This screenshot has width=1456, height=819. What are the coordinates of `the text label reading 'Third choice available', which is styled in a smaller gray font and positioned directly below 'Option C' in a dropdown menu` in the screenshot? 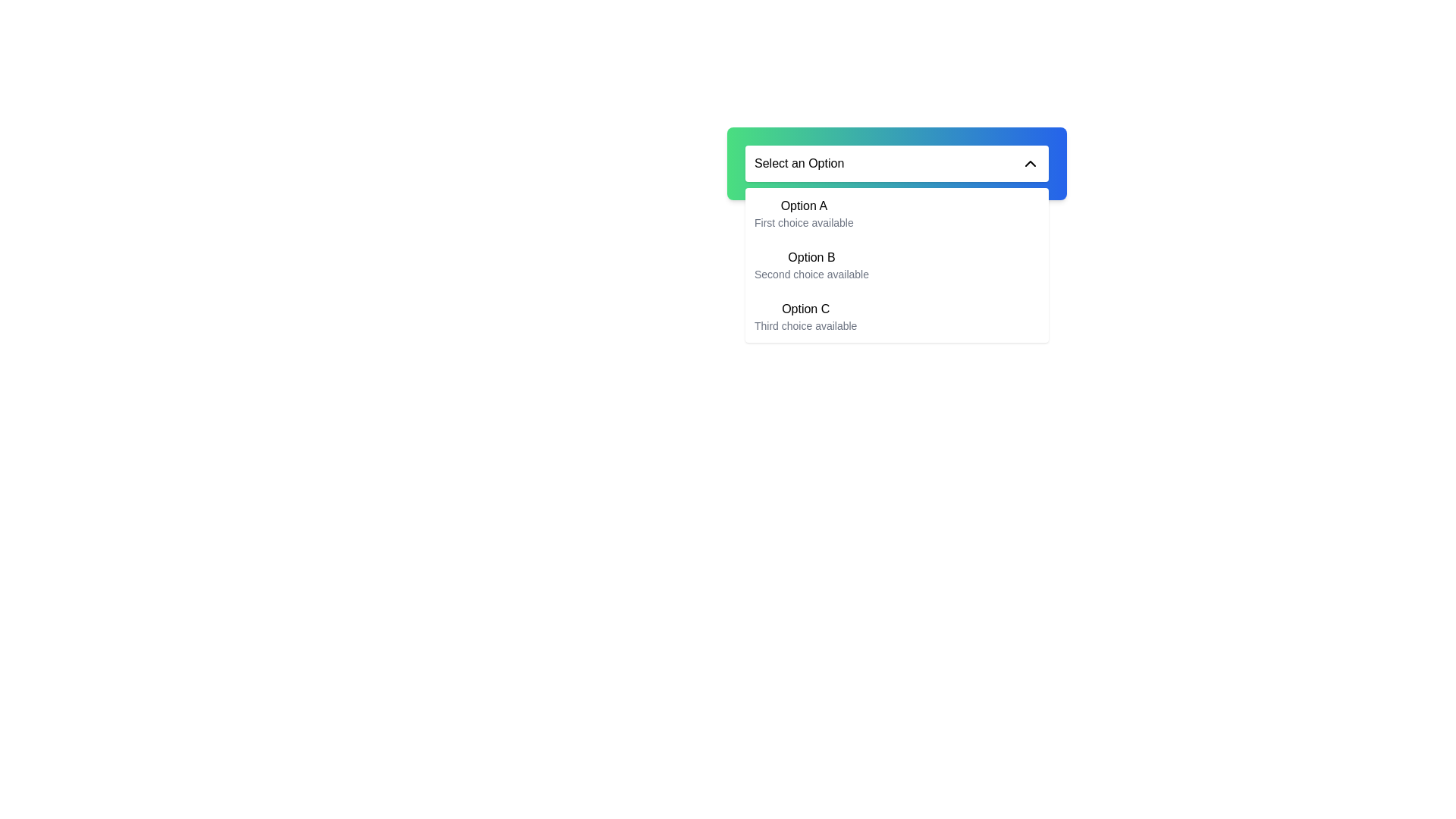 It's located at (805, 325).